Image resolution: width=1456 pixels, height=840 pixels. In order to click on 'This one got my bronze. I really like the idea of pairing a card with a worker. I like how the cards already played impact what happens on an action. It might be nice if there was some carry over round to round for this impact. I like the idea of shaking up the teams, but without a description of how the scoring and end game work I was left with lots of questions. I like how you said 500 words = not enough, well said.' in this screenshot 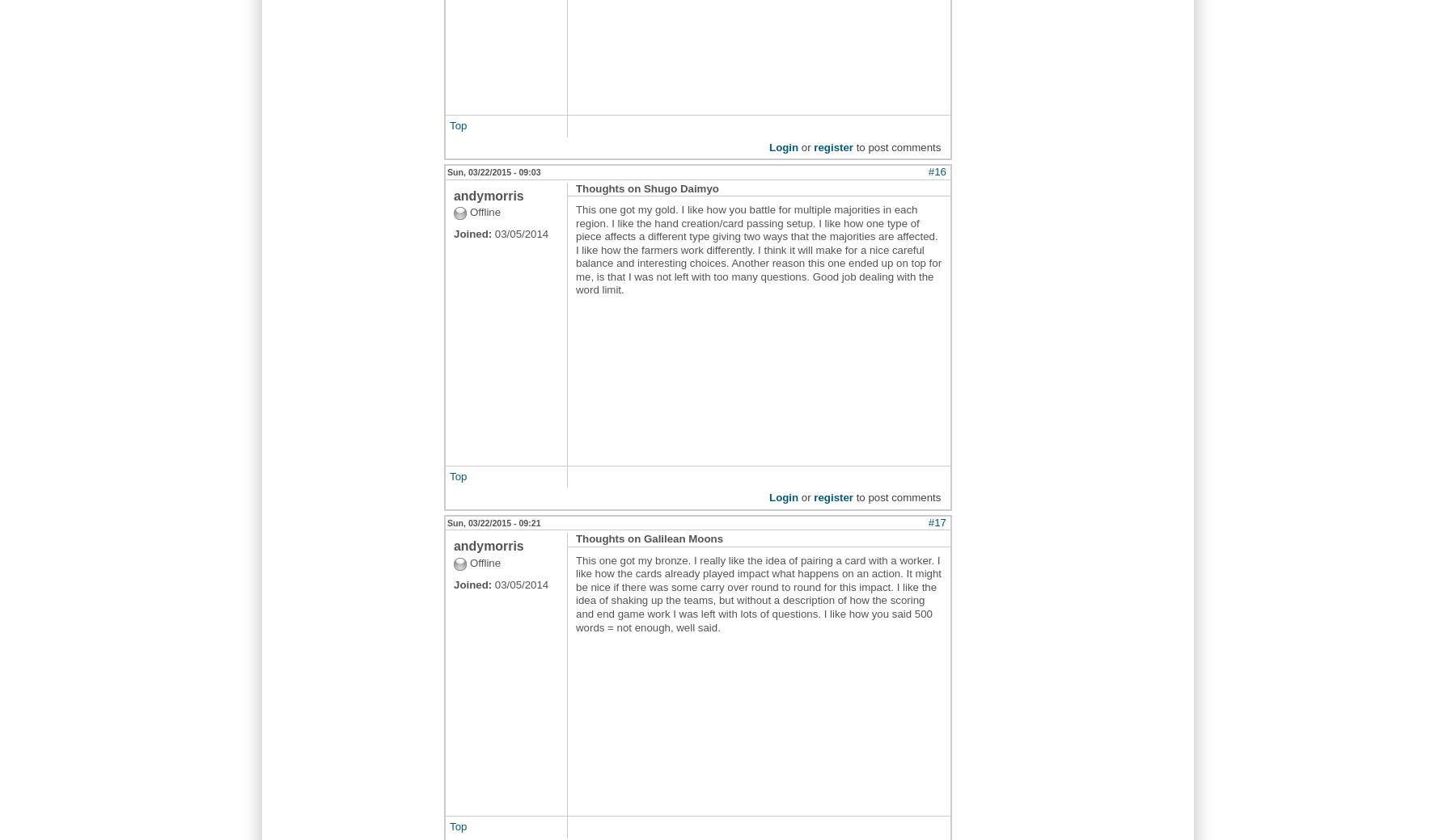, I will do `click(757, 592)`.